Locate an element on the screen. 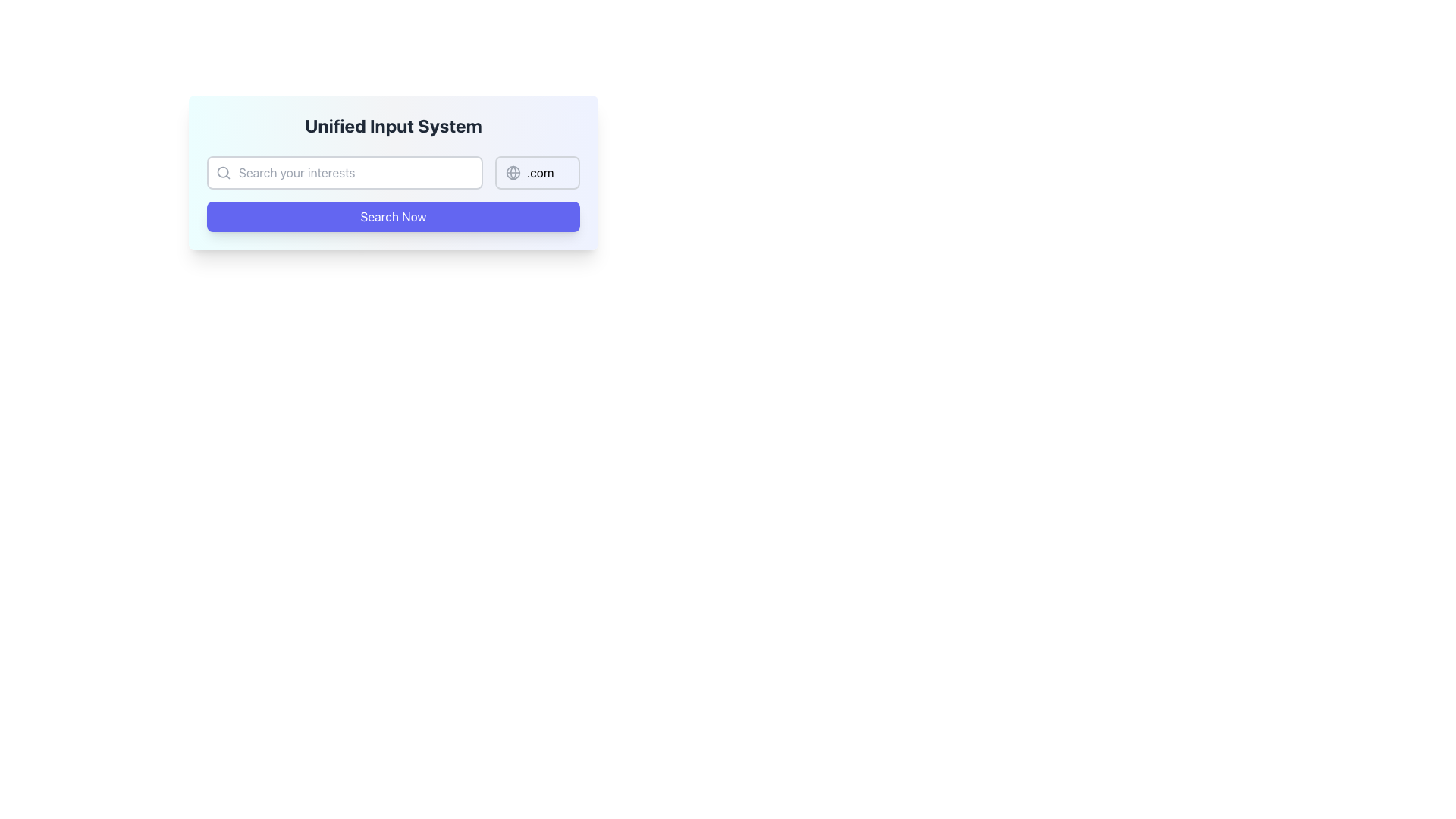  the Domain Suffix Selector element displaying the text '.com' by clicking on it is located at coordinates (538, 171).